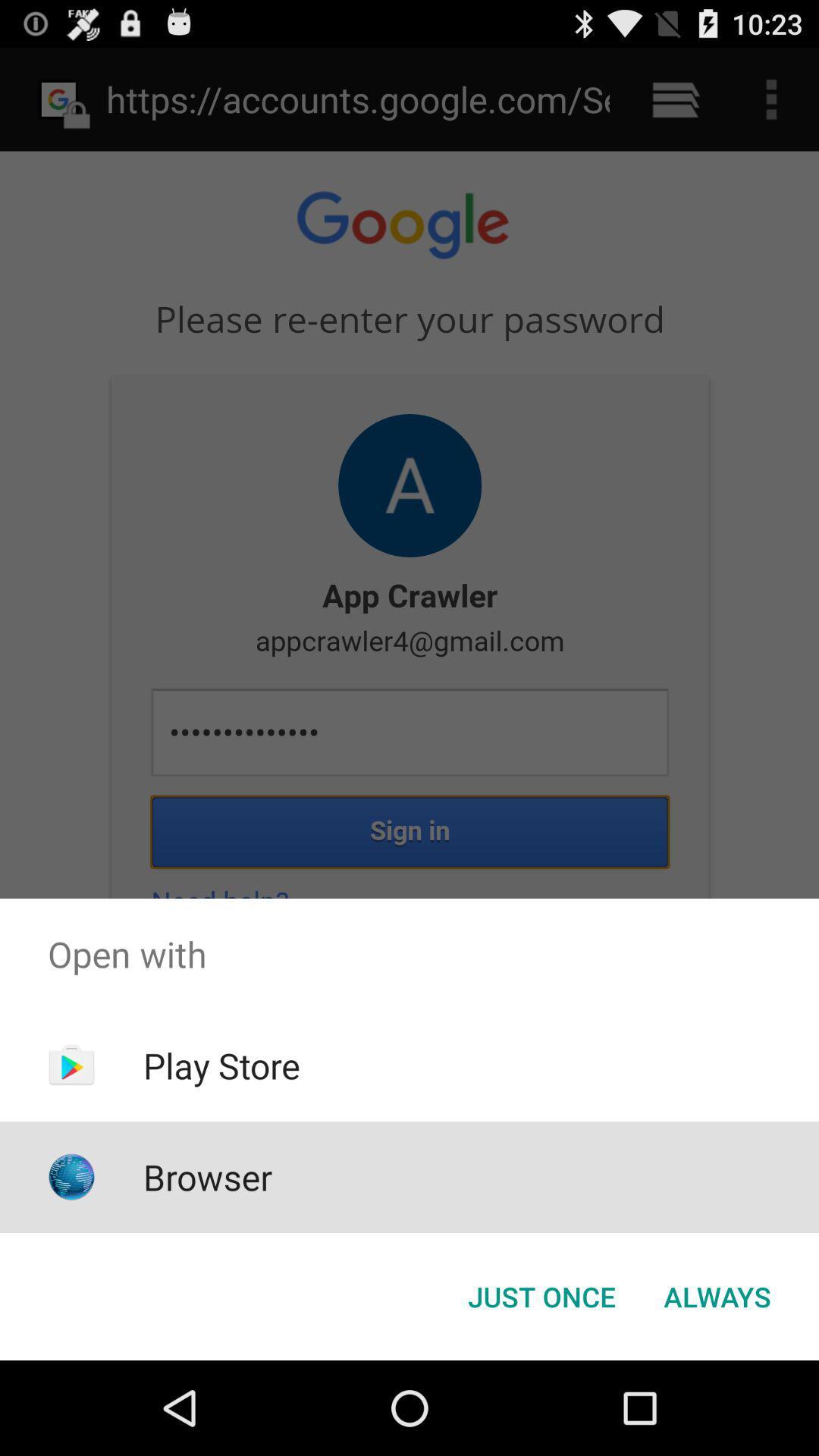  What do you see at coordinates (541, 1295) in the screenshot?
I see `the just once` at bounding box center [541, 1295].